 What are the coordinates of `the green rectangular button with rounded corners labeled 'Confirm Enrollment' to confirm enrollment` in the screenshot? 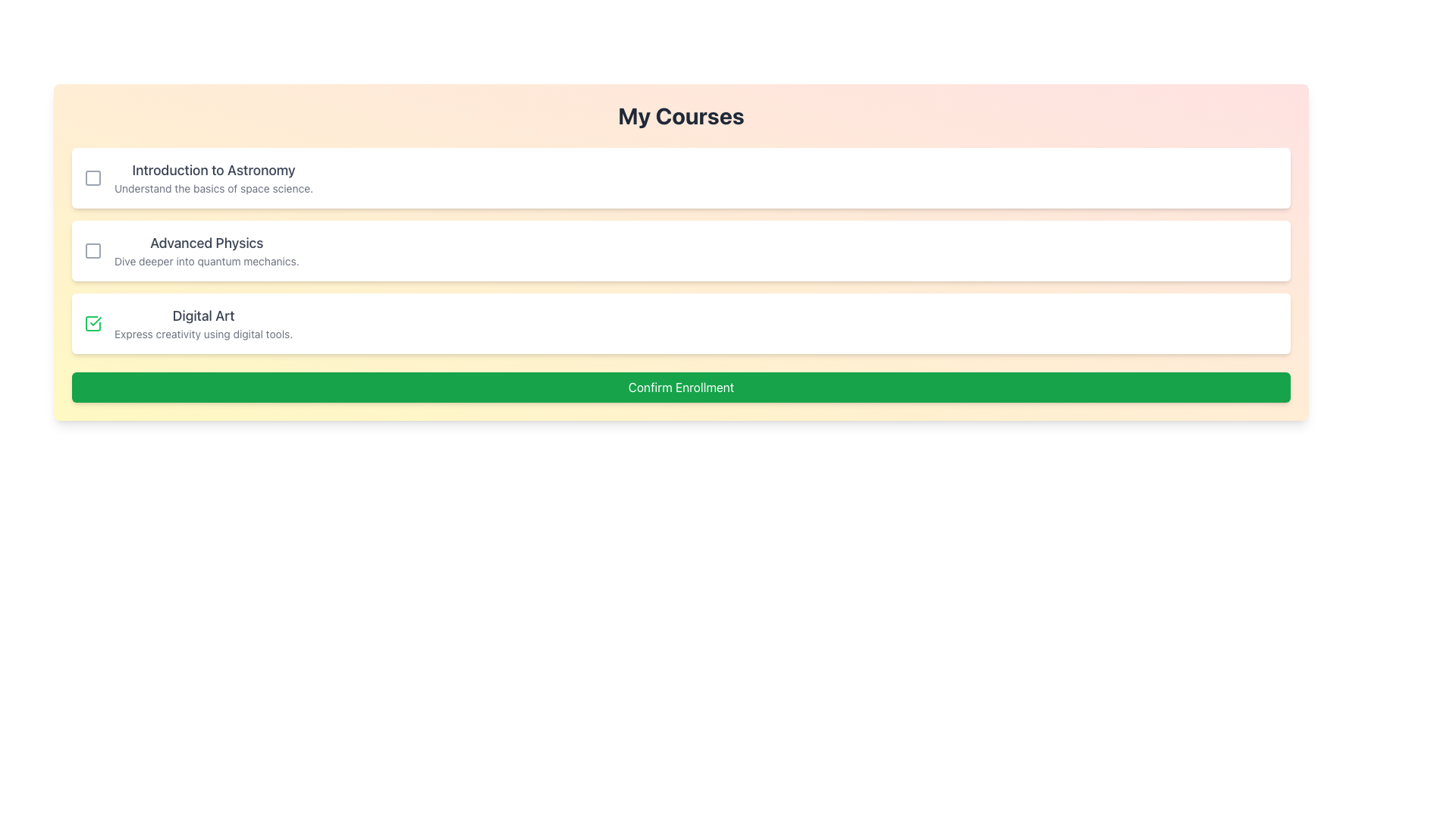 It's located at (680, 386).